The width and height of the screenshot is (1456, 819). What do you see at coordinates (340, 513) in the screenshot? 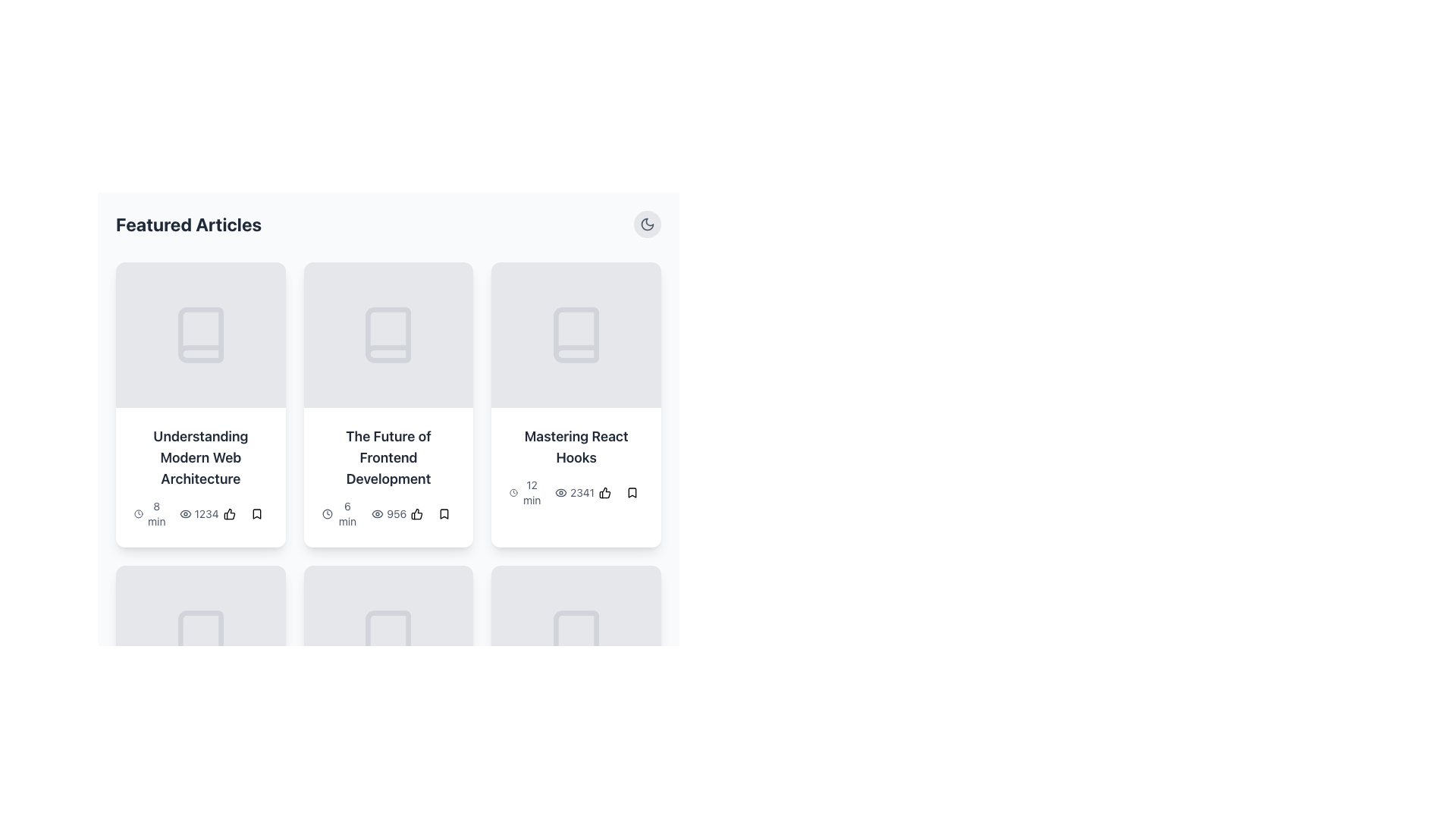
I see `the informational label displaying the time estimate '6 min' with a clock icon, located in the bottom-left section of the second card in the 'Featured Articles' grid` at bounding box center [340, 513].